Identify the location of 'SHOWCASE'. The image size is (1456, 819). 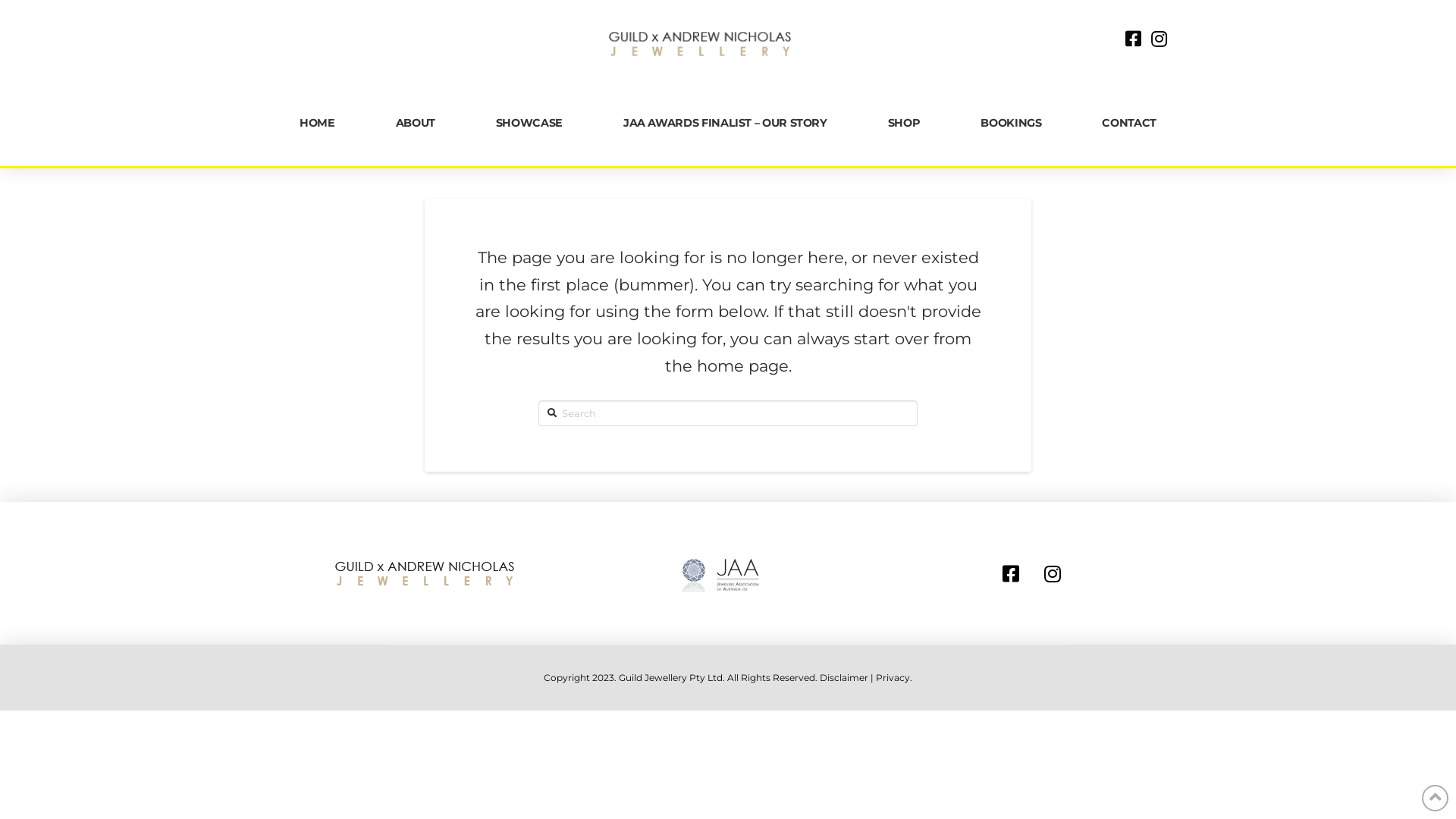
(479, 122).